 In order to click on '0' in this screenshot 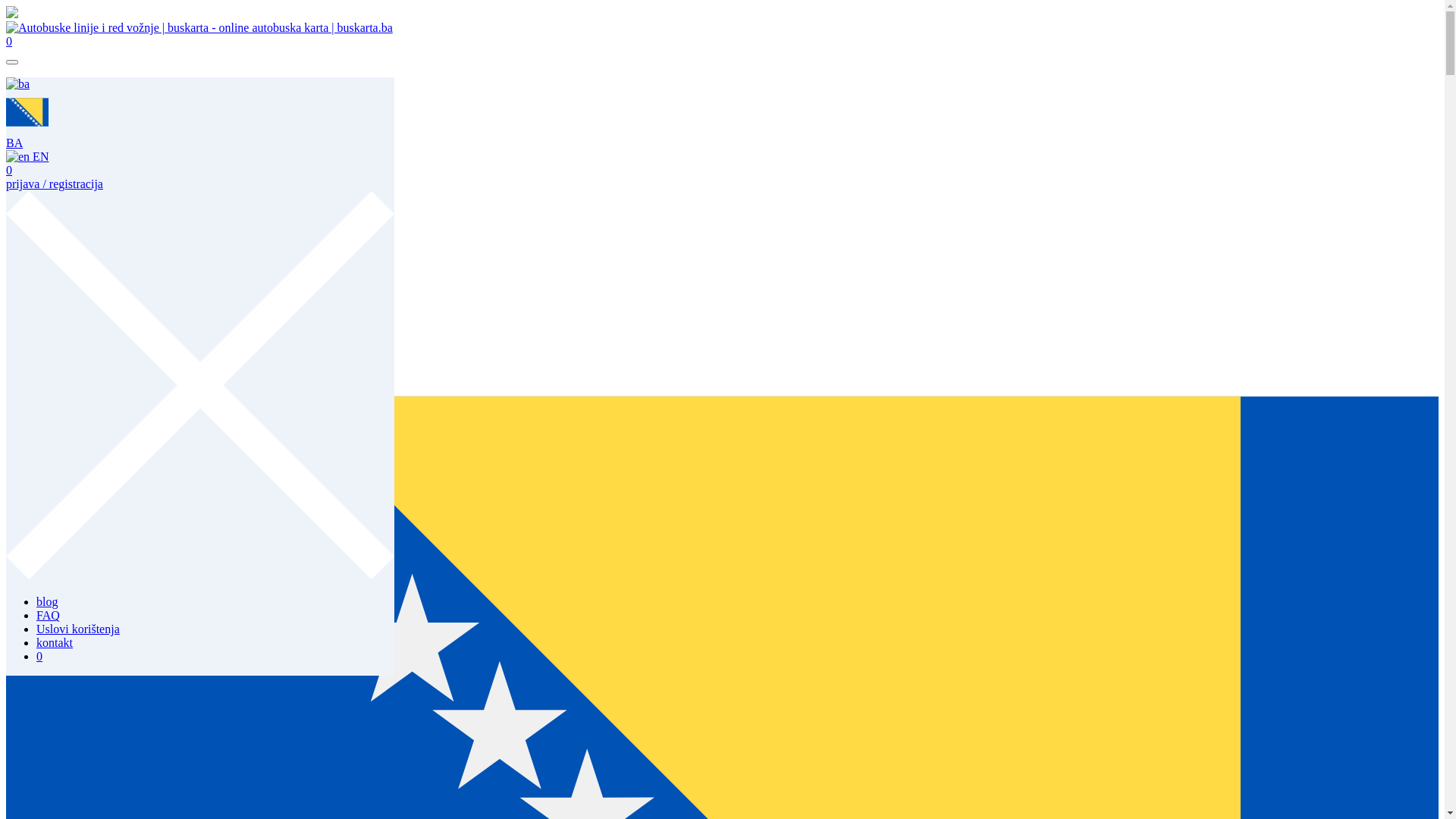, I will do `click(9, 40)`.